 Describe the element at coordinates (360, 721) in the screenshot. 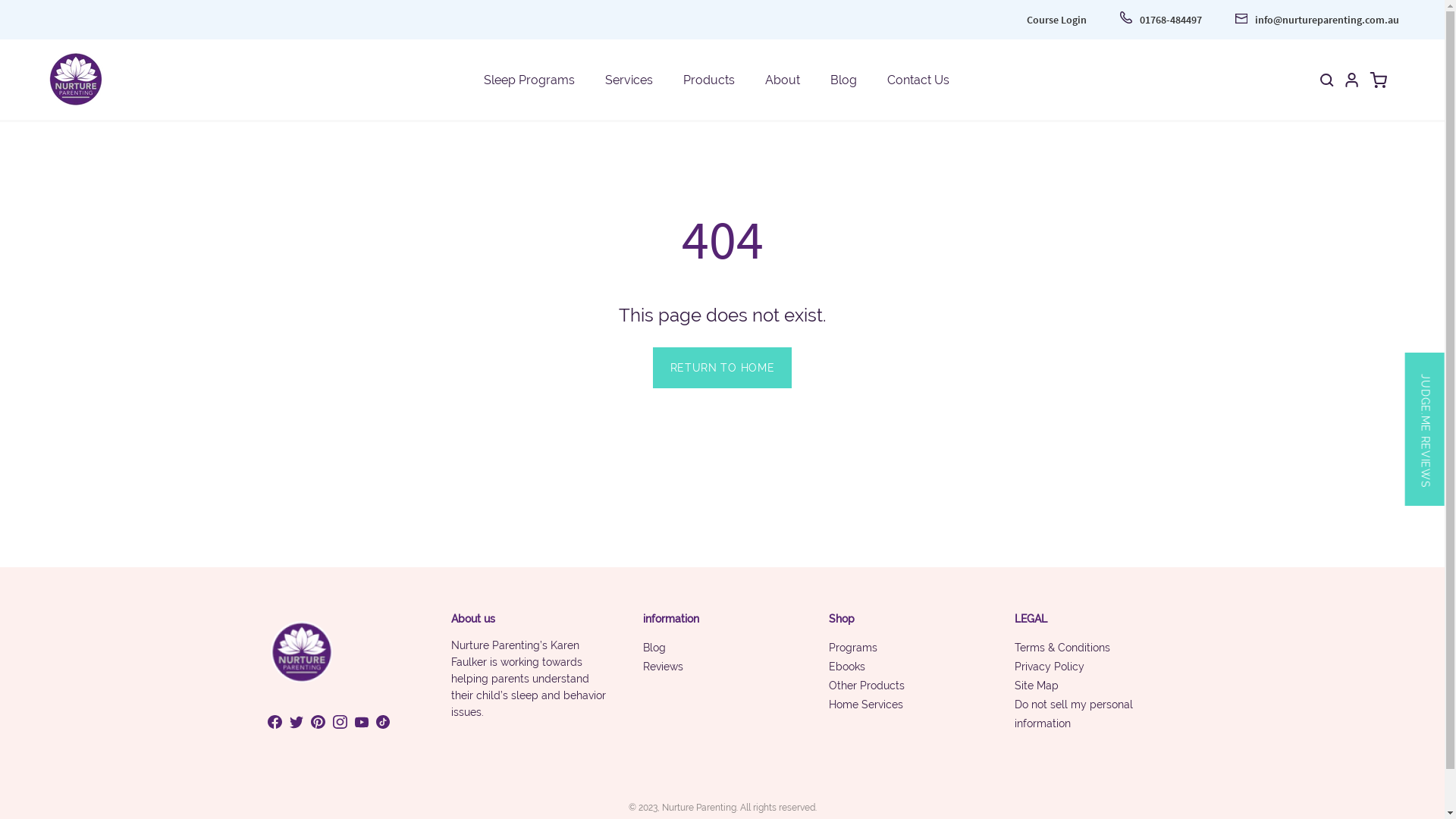

I see `'View Nurture Parenting Shop on Youtube'` at that location.